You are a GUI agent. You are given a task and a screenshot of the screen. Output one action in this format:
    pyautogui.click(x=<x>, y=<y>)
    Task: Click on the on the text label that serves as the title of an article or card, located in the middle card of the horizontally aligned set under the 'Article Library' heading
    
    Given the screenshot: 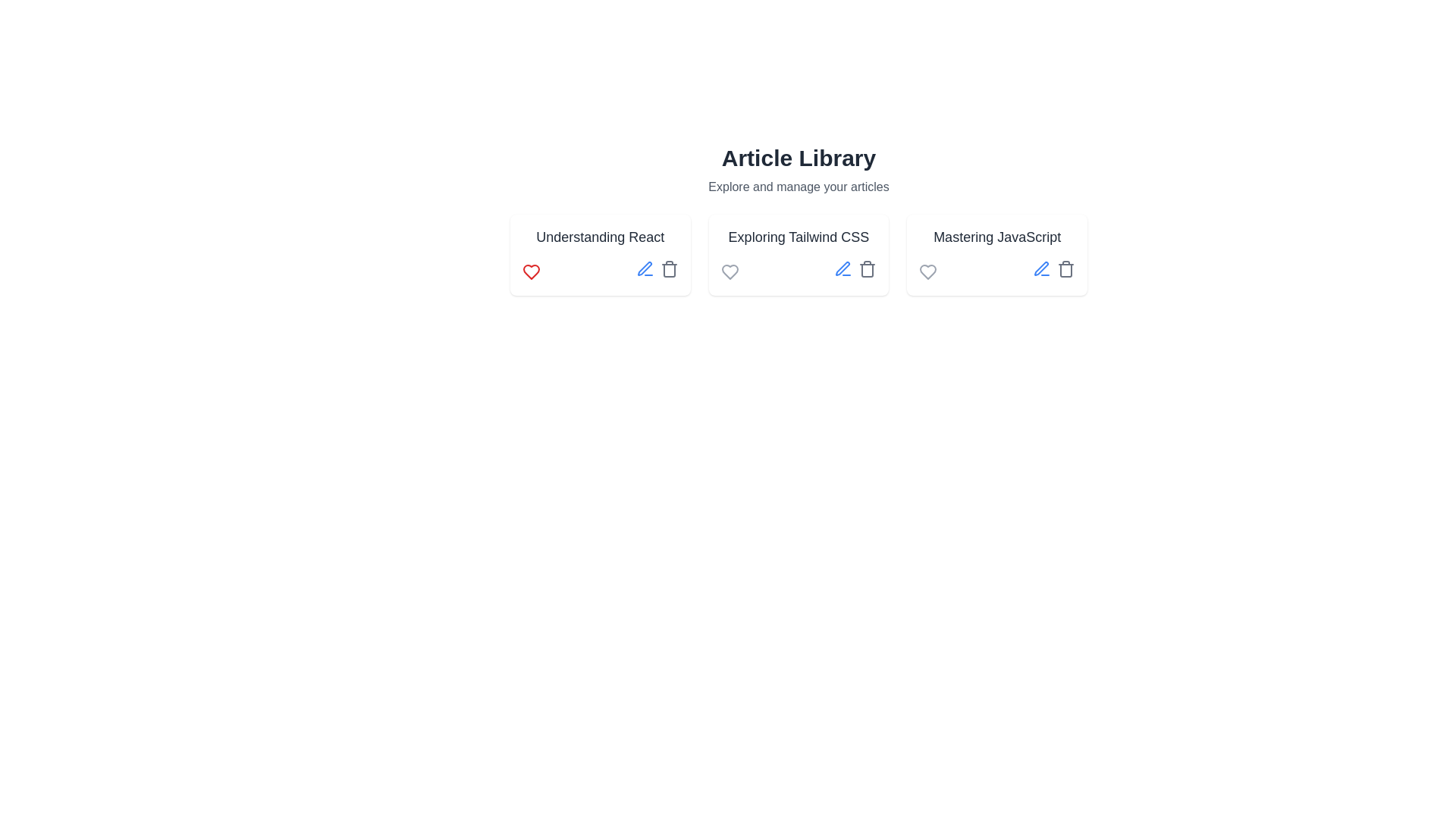 What is the action you would take?
    pyautogui.click(x=798, y=237)
    